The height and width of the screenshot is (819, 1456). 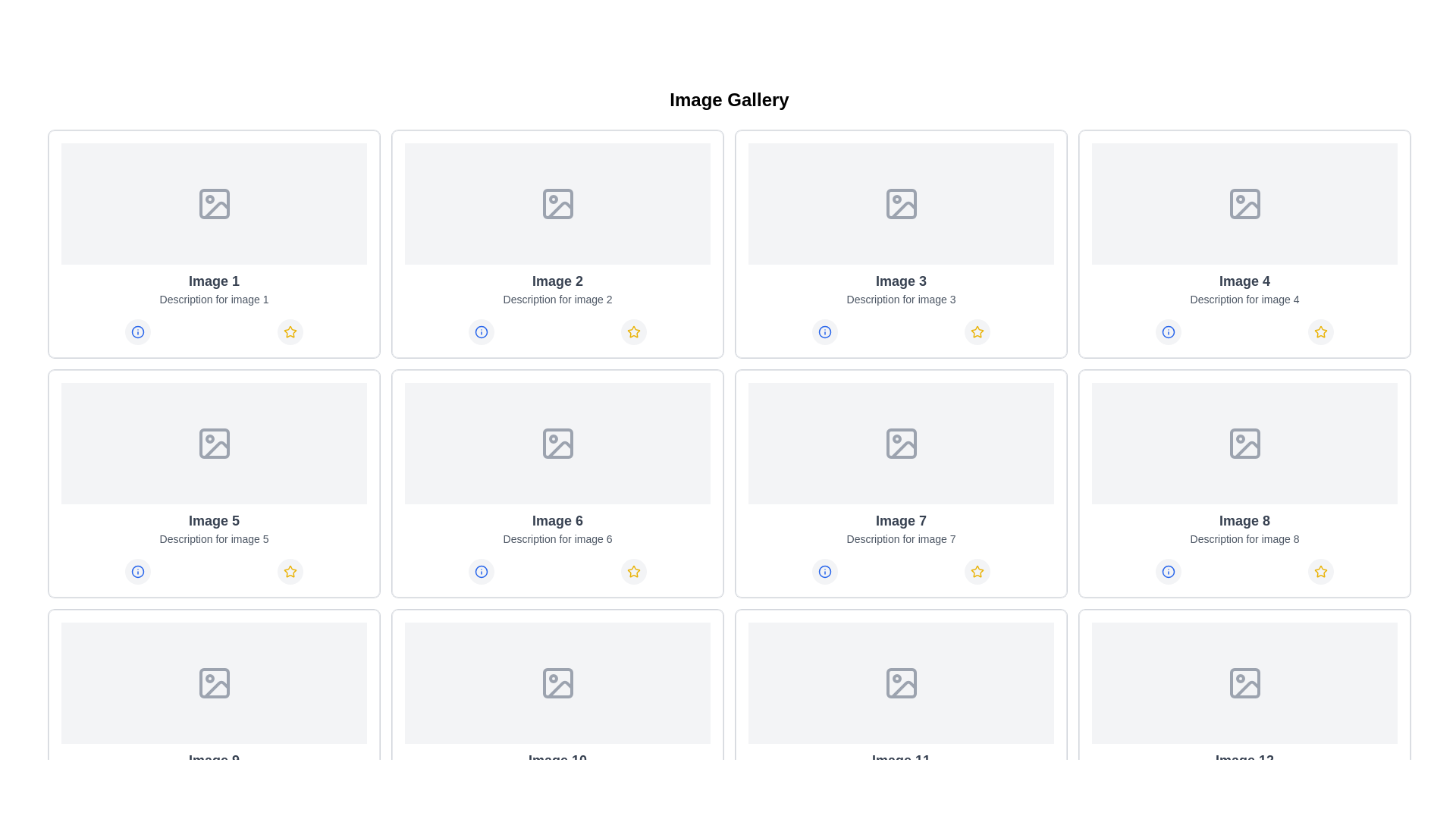 What do you see at coordinates (557, 683) in the screenshot?
I see `the image placeholder icon located in the ninth box of a grid layout, specifically in the third row, first column` at bounding box center [557, 683].